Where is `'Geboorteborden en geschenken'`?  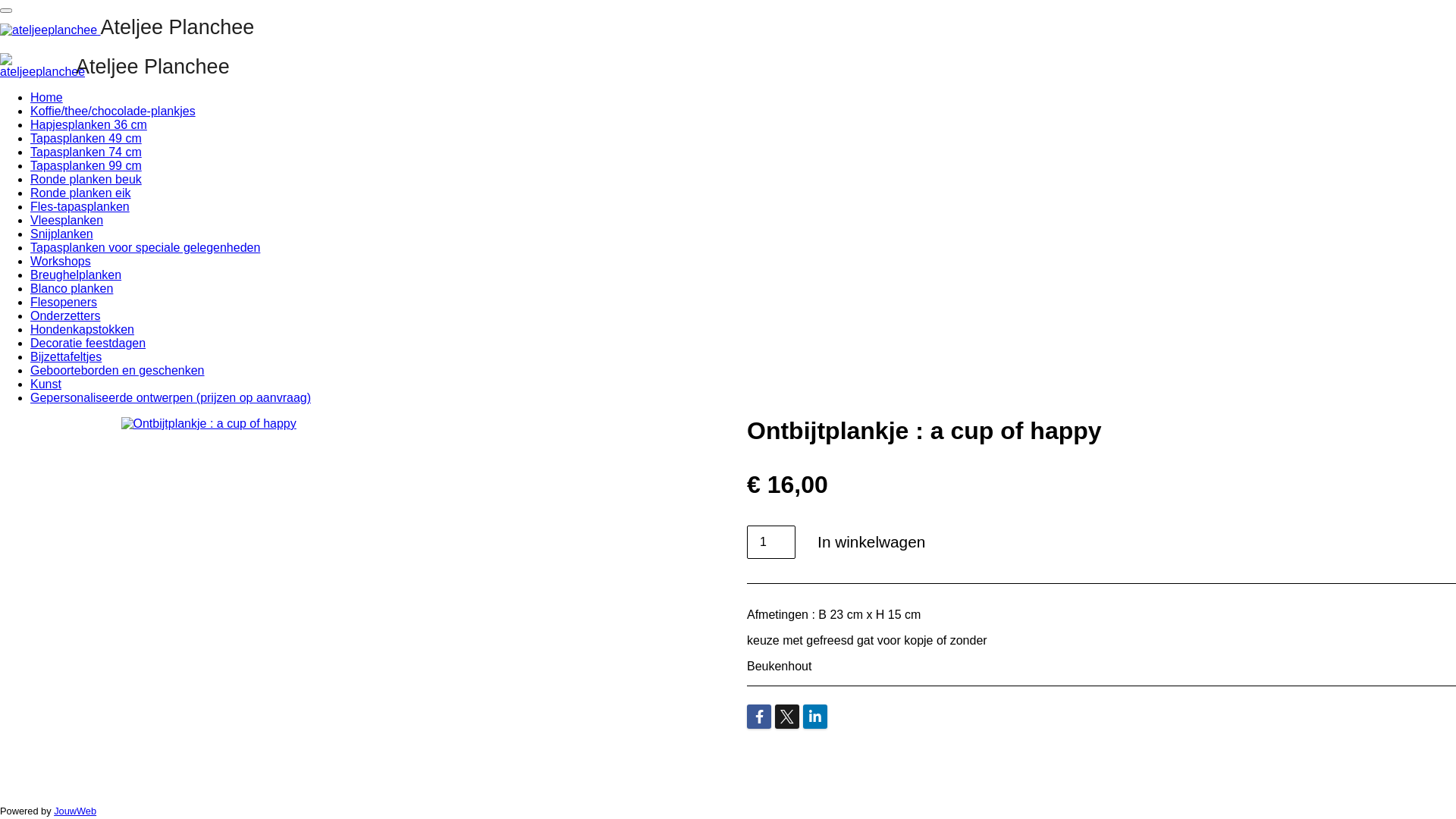 'Geboorteborden en geschenken' is located at coordinates (30, 370).